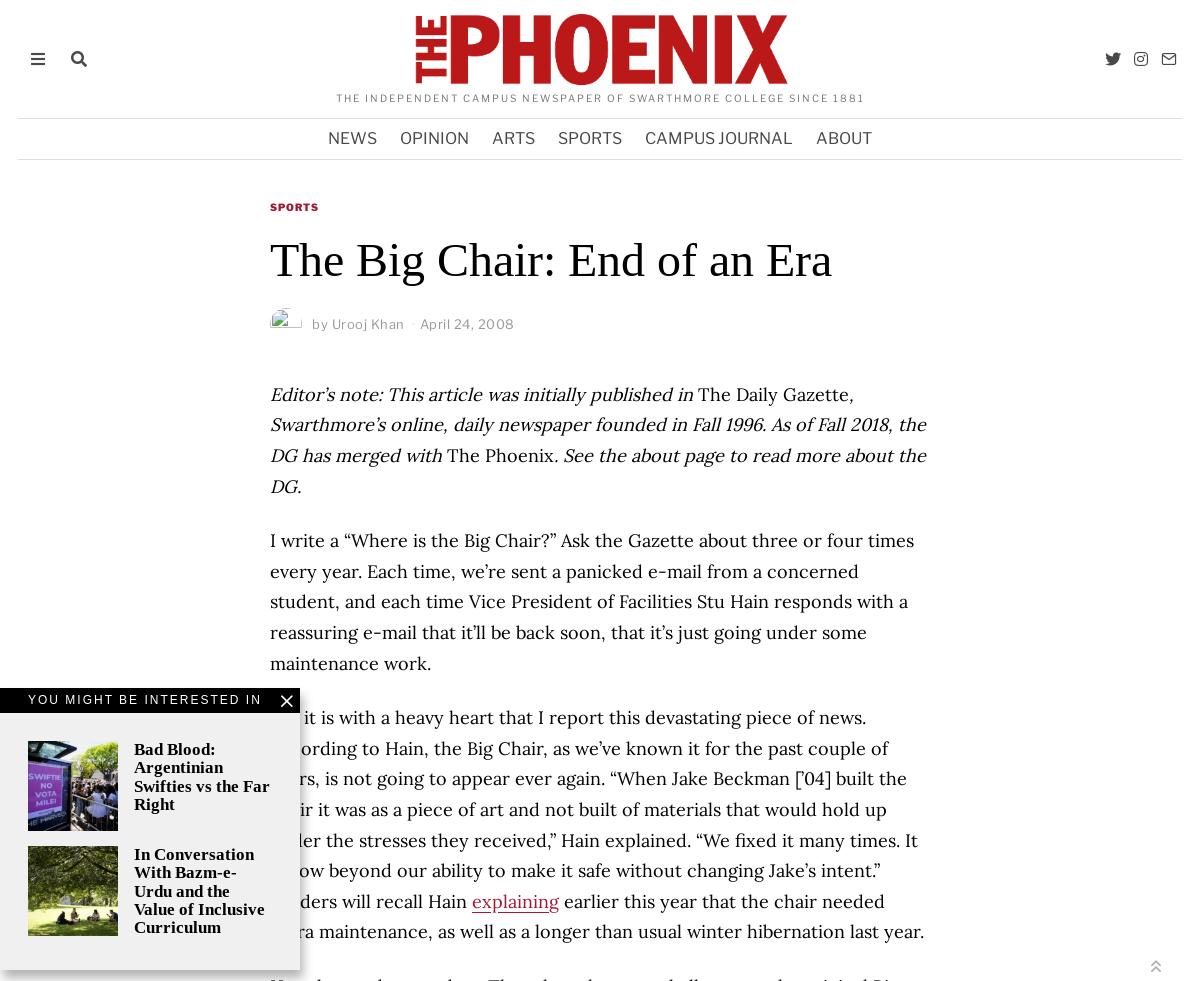 Image resolution: width=1200 pixels, height=981 pixels. What do you see at coordinates (770, 392) in the screenshot?
I see `'The Daily Gazette'` at bounding box center [770, 392].